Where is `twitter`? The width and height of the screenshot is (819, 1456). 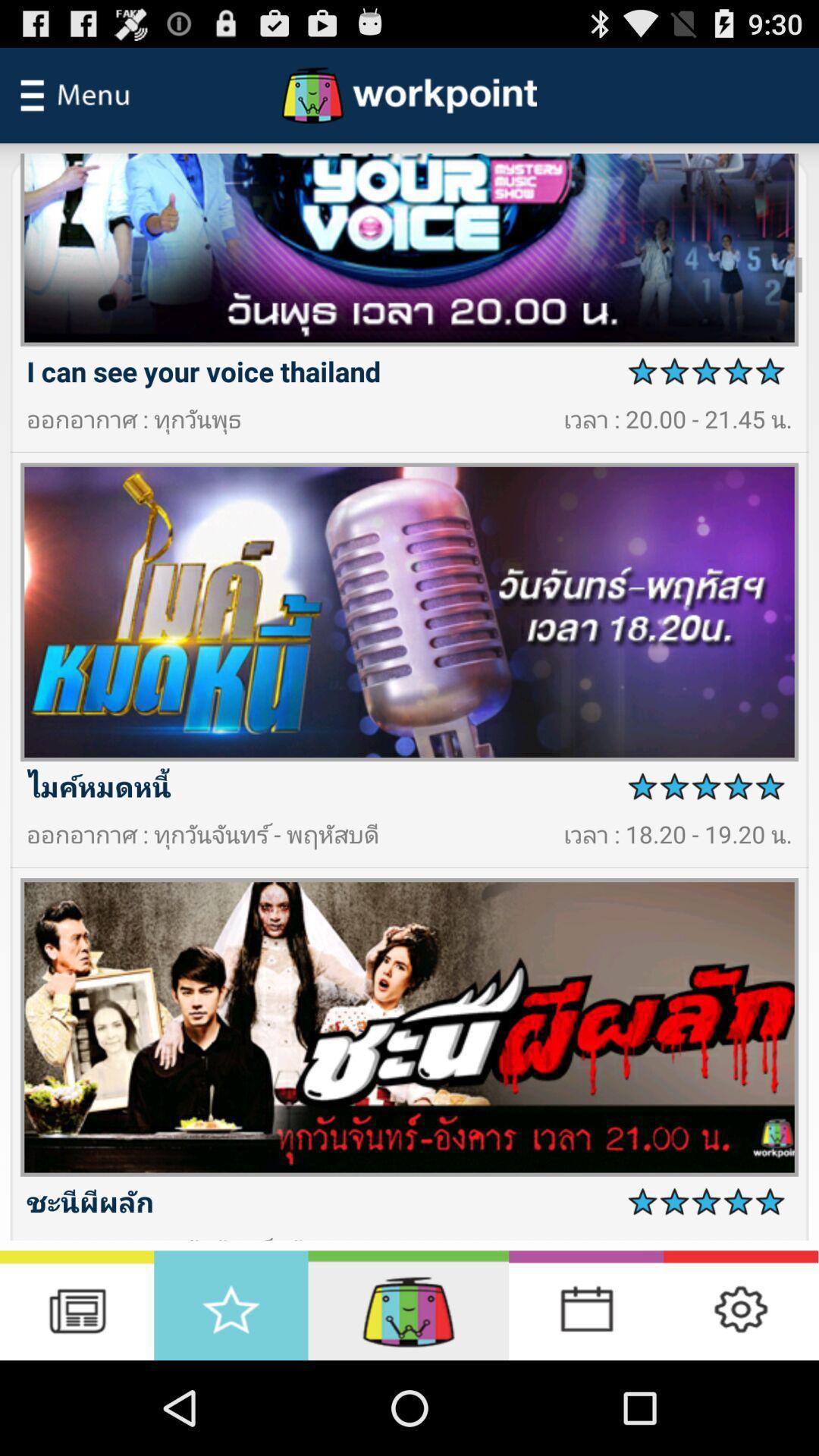 twitter is located at coordinates (740, 1304).